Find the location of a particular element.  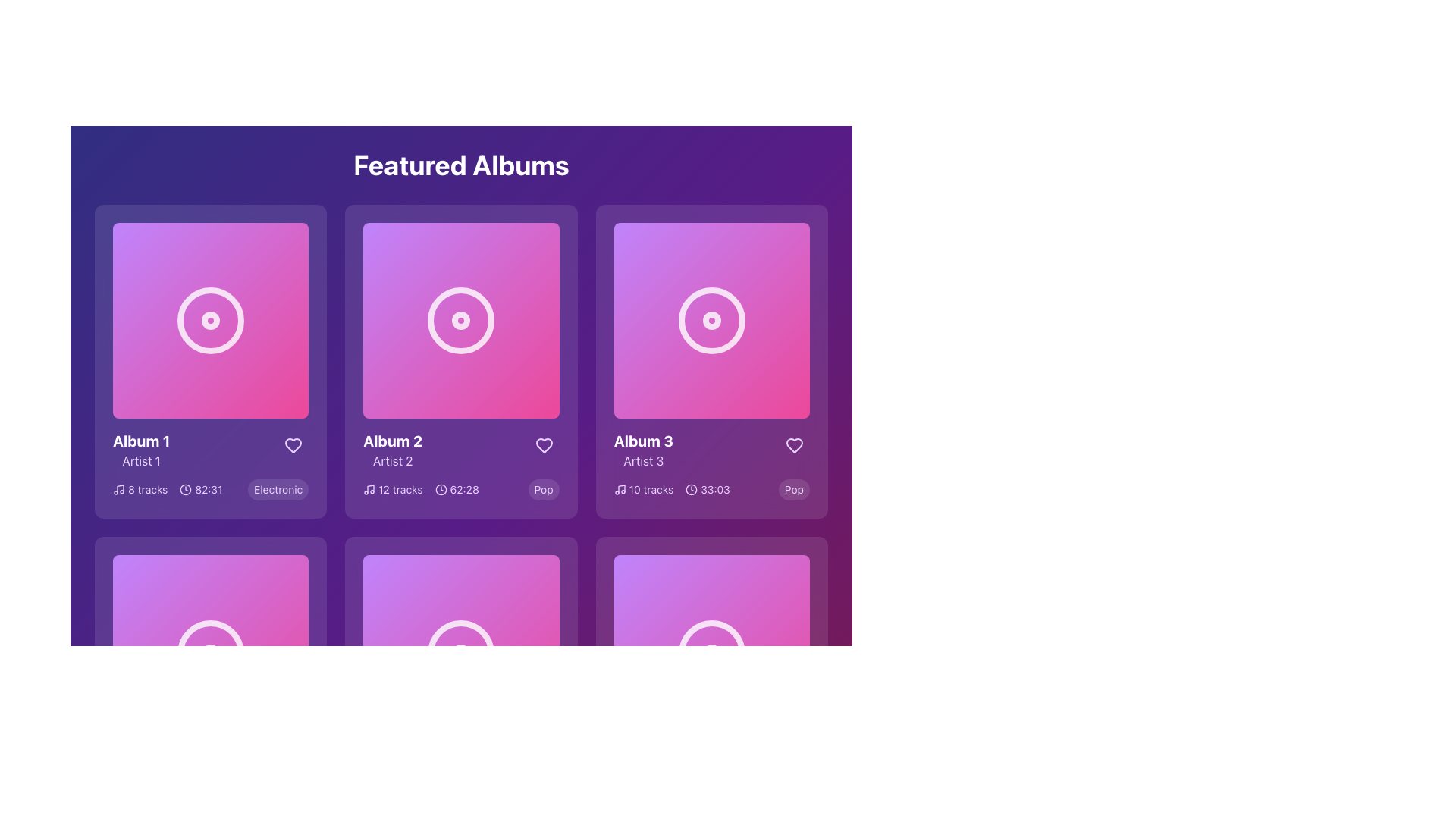

the album icon located at the center of the grid, specifically the fourth card in the layout is located at coordinates (460, 652).